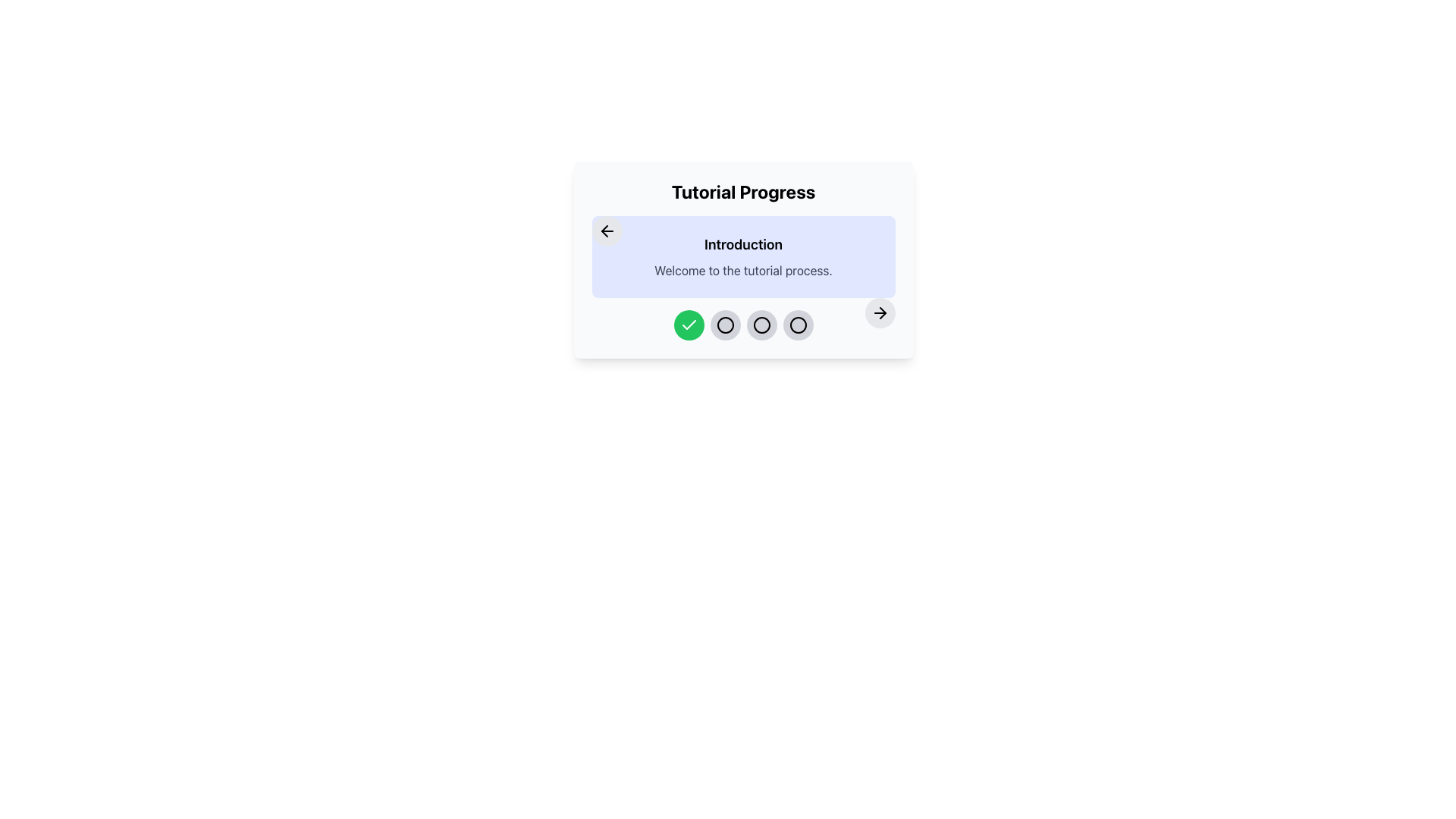 The height and width of the screenshot is (819, 1456). Describe the element at coordinates (688, 324) in the screenshot. I see `the confirmation icon button located in the bottom section of the main card interface, directly below the 'Introduction' text, and the first icon in the row of circular icons to confirm completion` at that location.